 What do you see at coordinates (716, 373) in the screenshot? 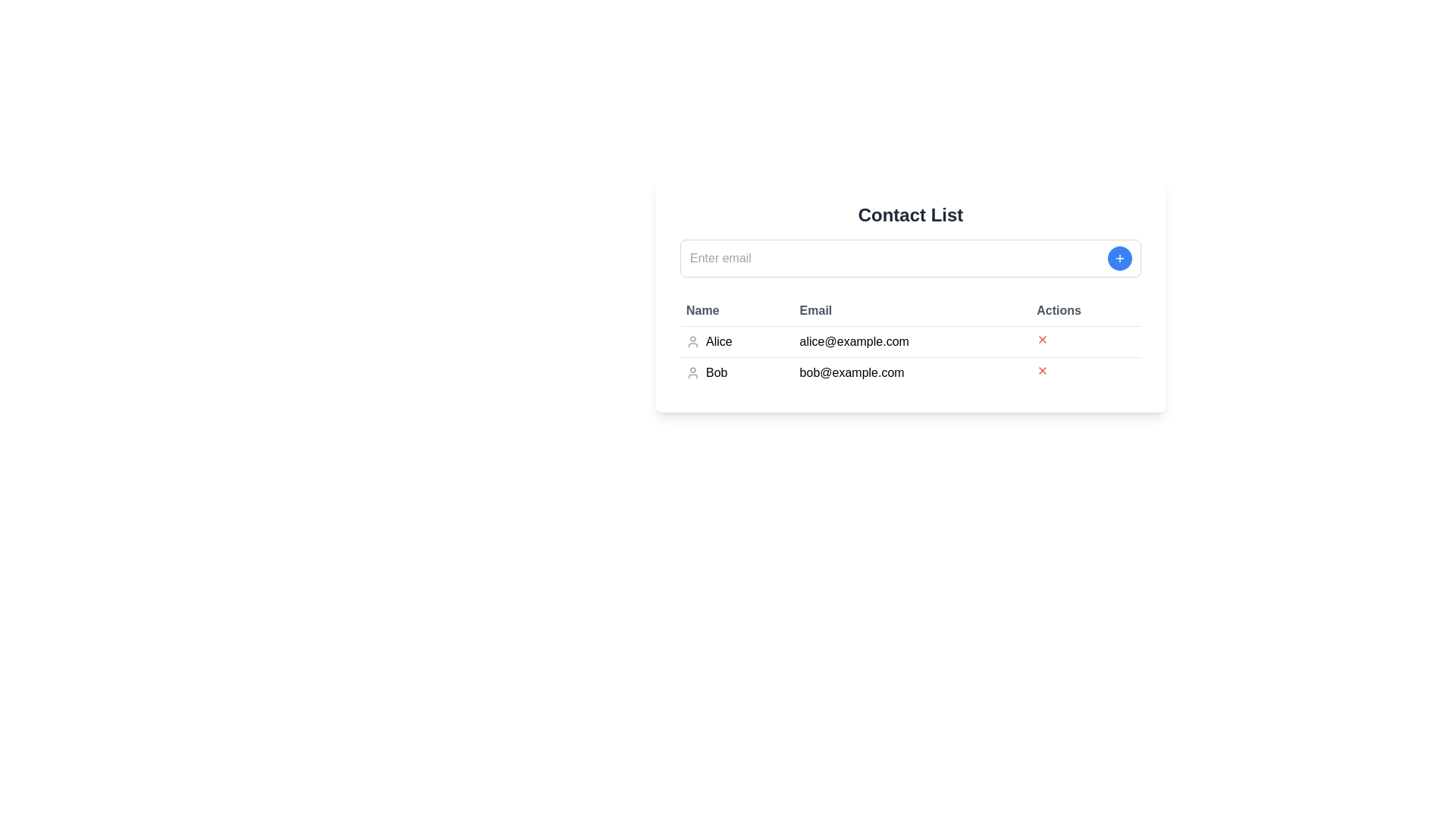
I see `text content of the element displaying the name 'Bob', located in the second row of the contact list table under the 'Name' column, adjacent to the profile icon` at bounding box center [716, 373].